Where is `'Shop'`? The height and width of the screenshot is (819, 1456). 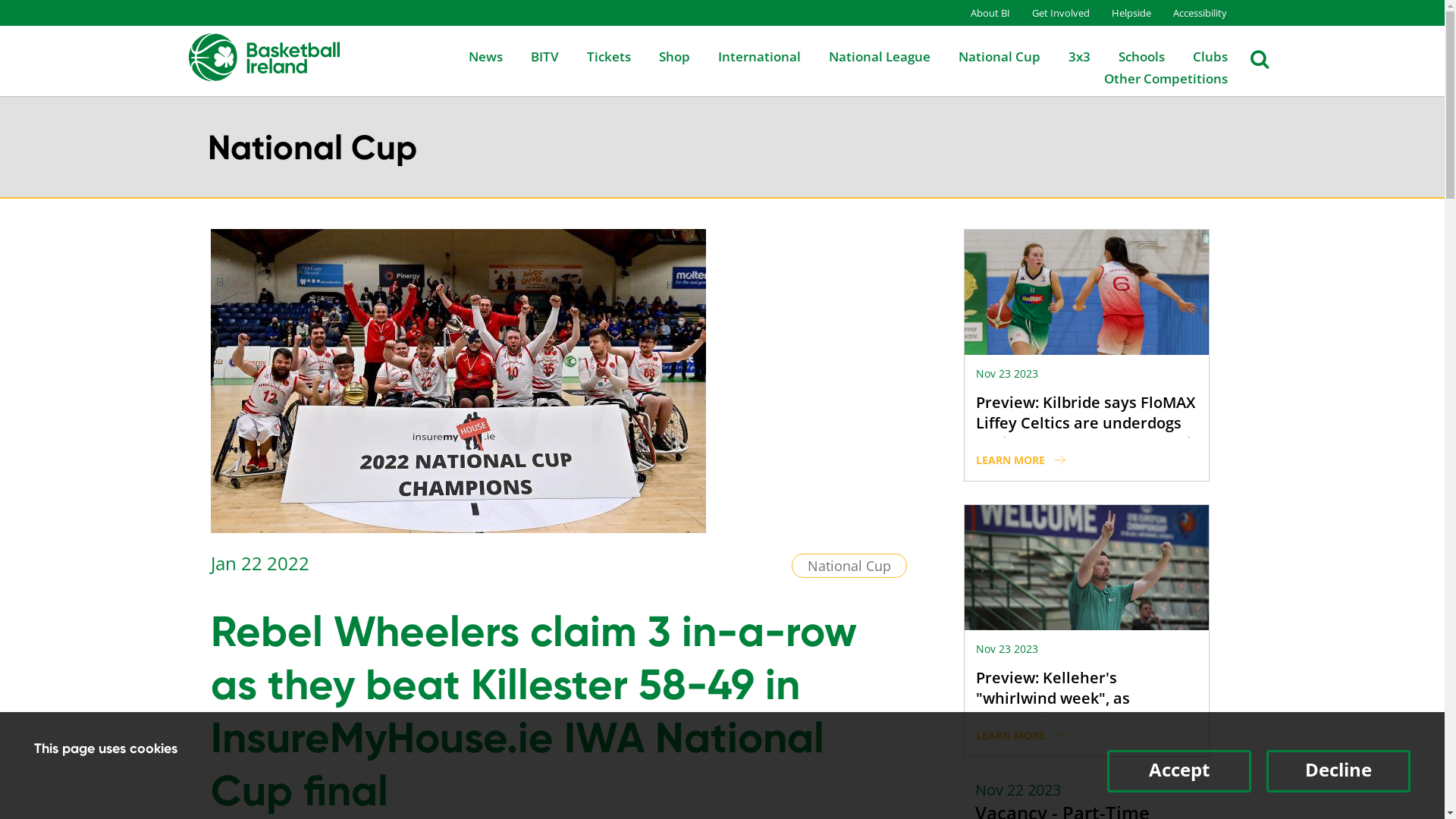
'Shop' is located at coordinates (661, 55).